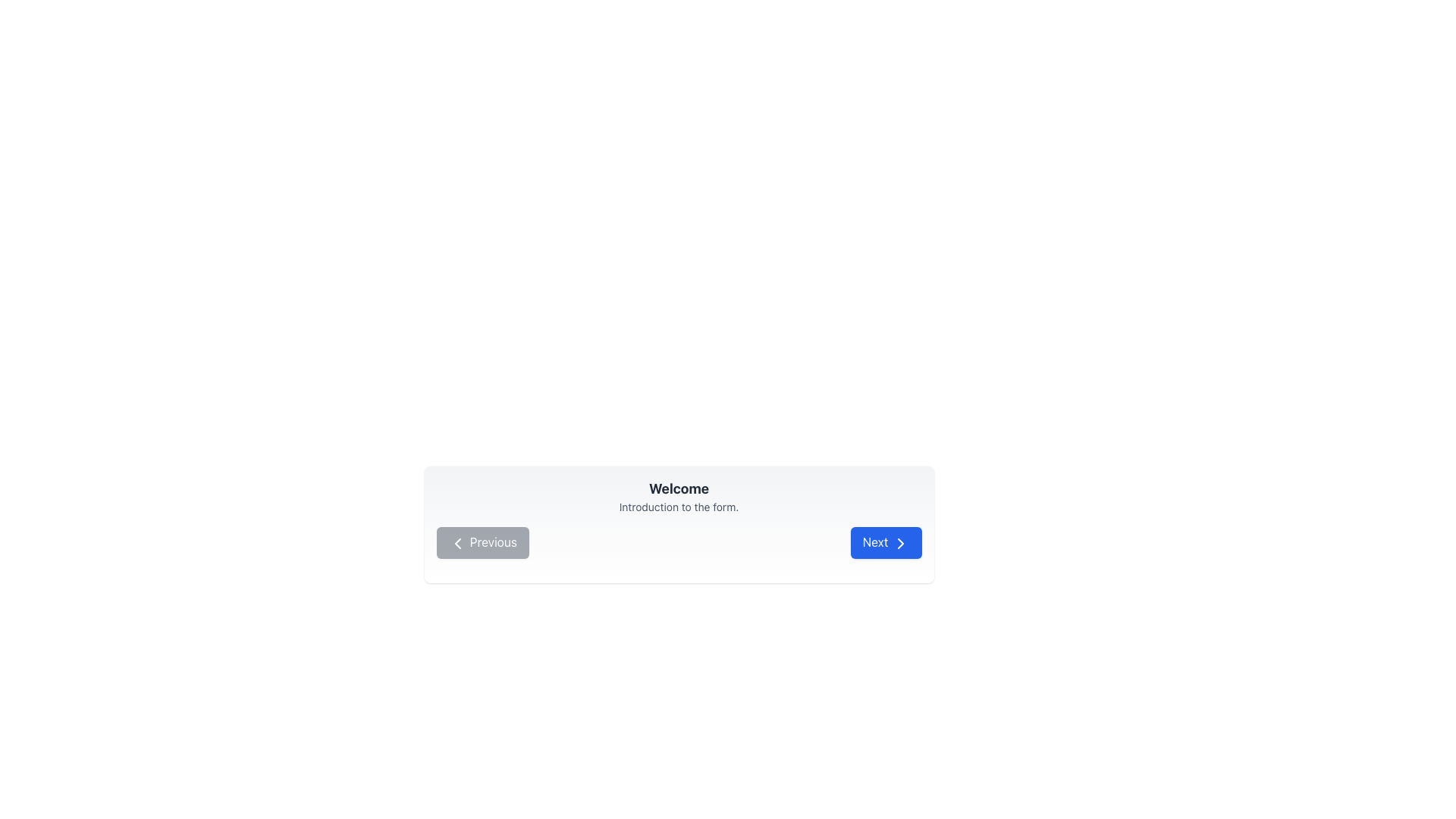 This screenshot has width=1456, height=819. Describe the element at coordinates (457, 542) in the screenshot. I see `the 'Previous' button icon, which indicates backward navigation and is located at the bottom-left side of the navigation controls` at that location.